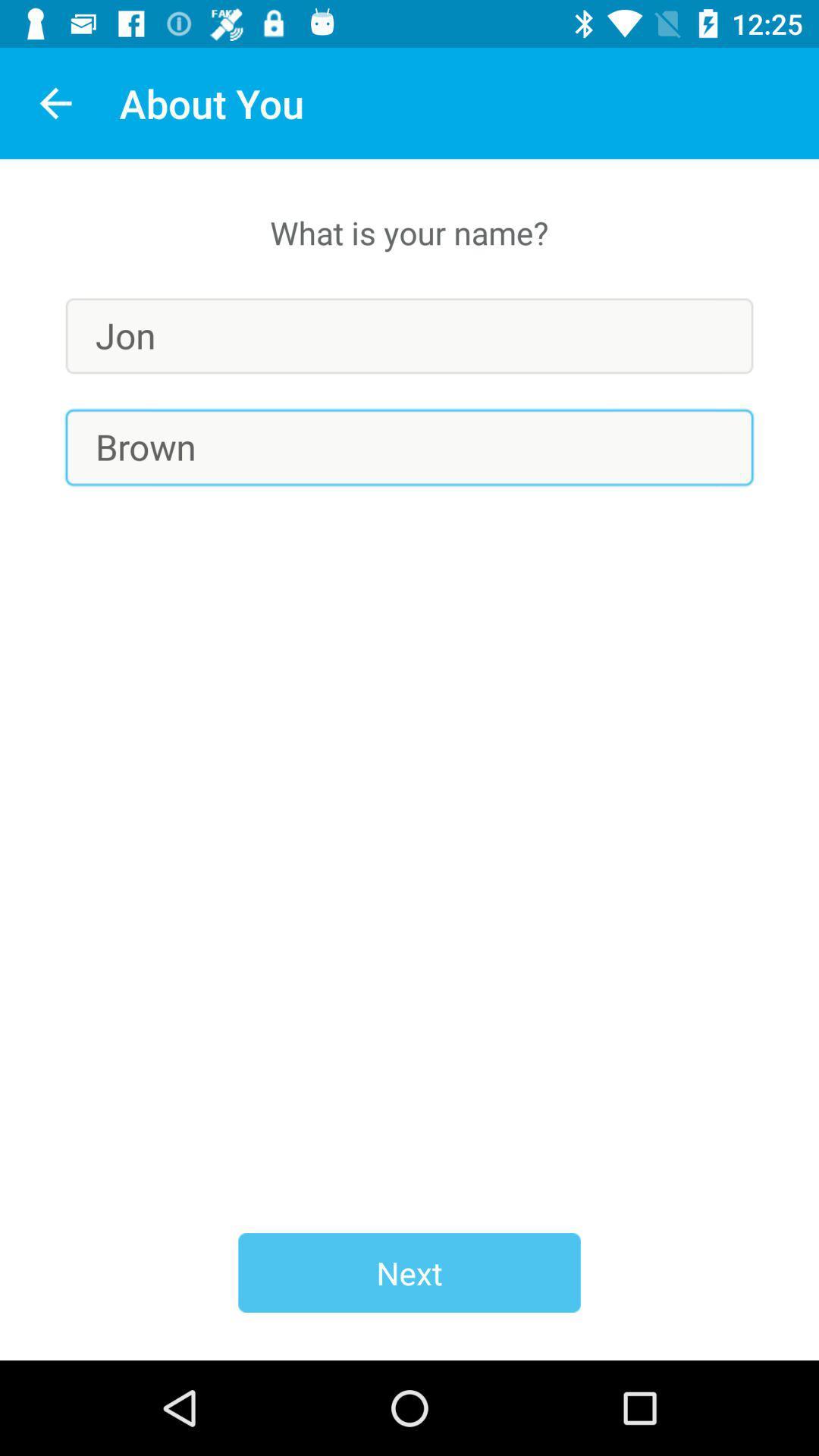 The width and height of the screenshot is (819, 1456). Describe the element at coordinates (409, 447) in the screenshot. I see `the brown item` at that location.